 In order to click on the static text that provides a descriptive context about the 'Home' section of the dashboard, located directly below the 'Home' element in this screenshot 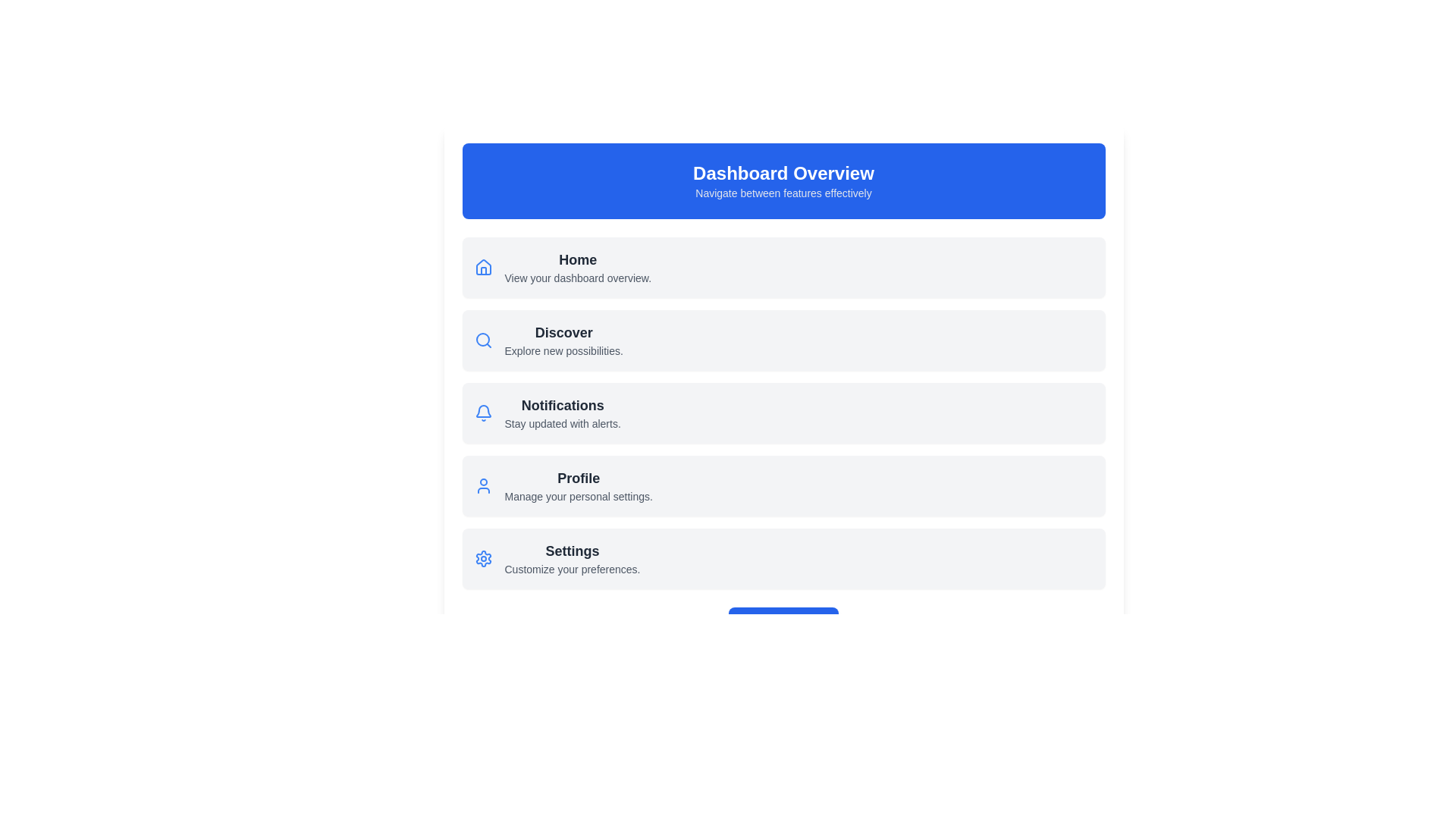, I will do `click(577, 278)`.